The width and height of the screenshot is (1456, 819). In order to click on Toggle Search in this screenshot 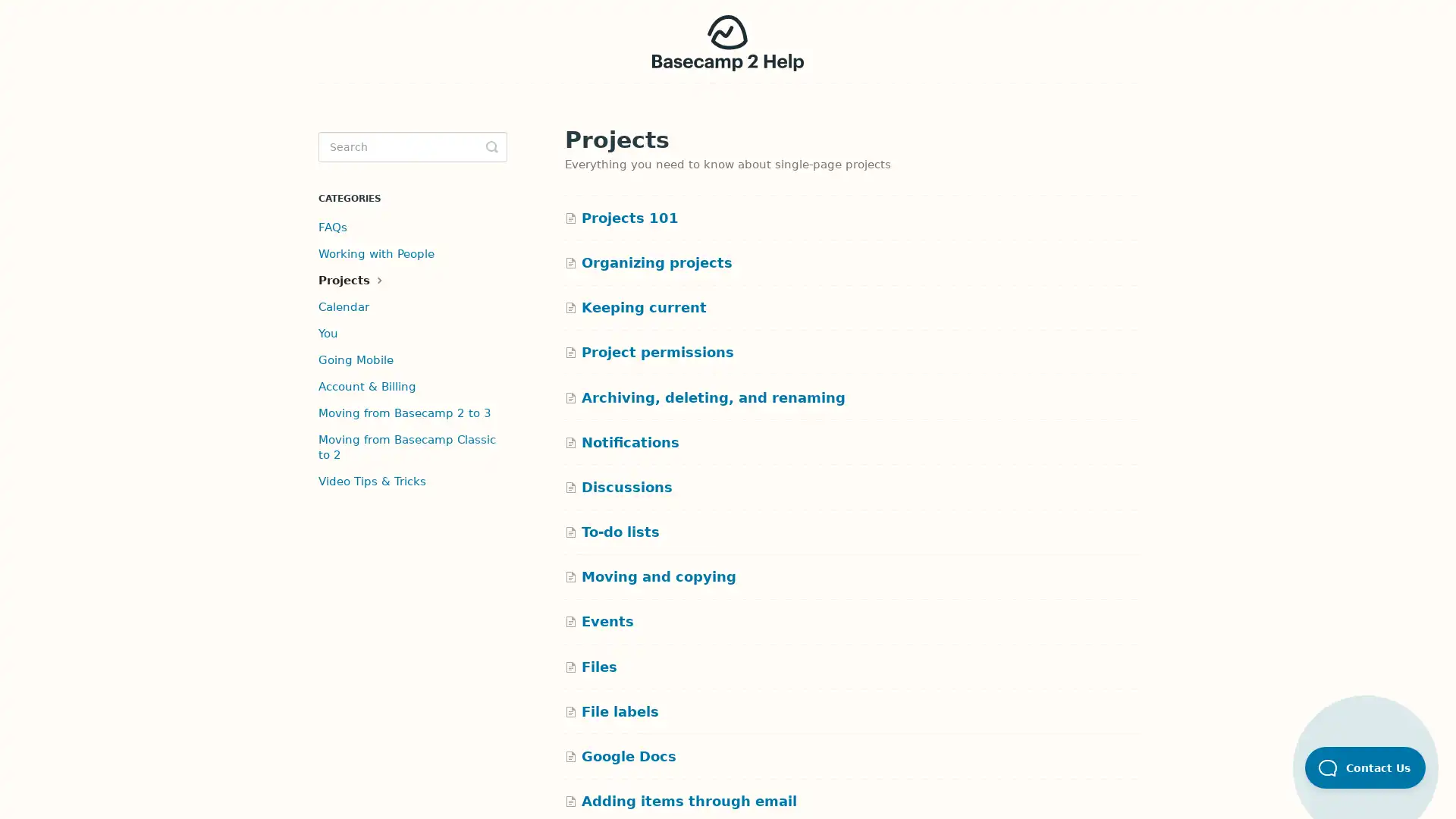, I will do `click(491, 146)`.